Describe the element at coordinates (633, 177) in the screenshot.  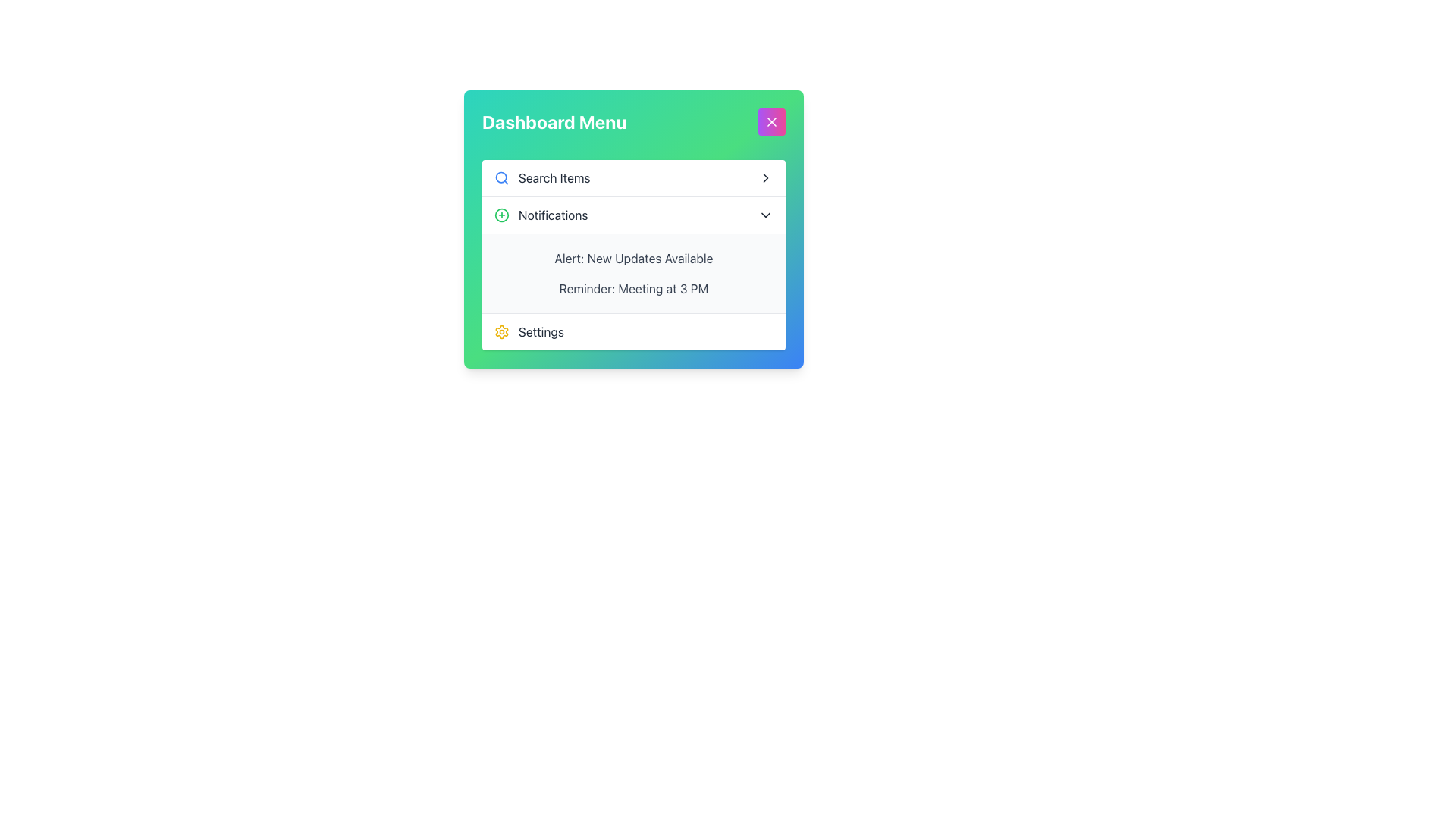
I see `the first button in the 'Dashboard Menu'` at that location.